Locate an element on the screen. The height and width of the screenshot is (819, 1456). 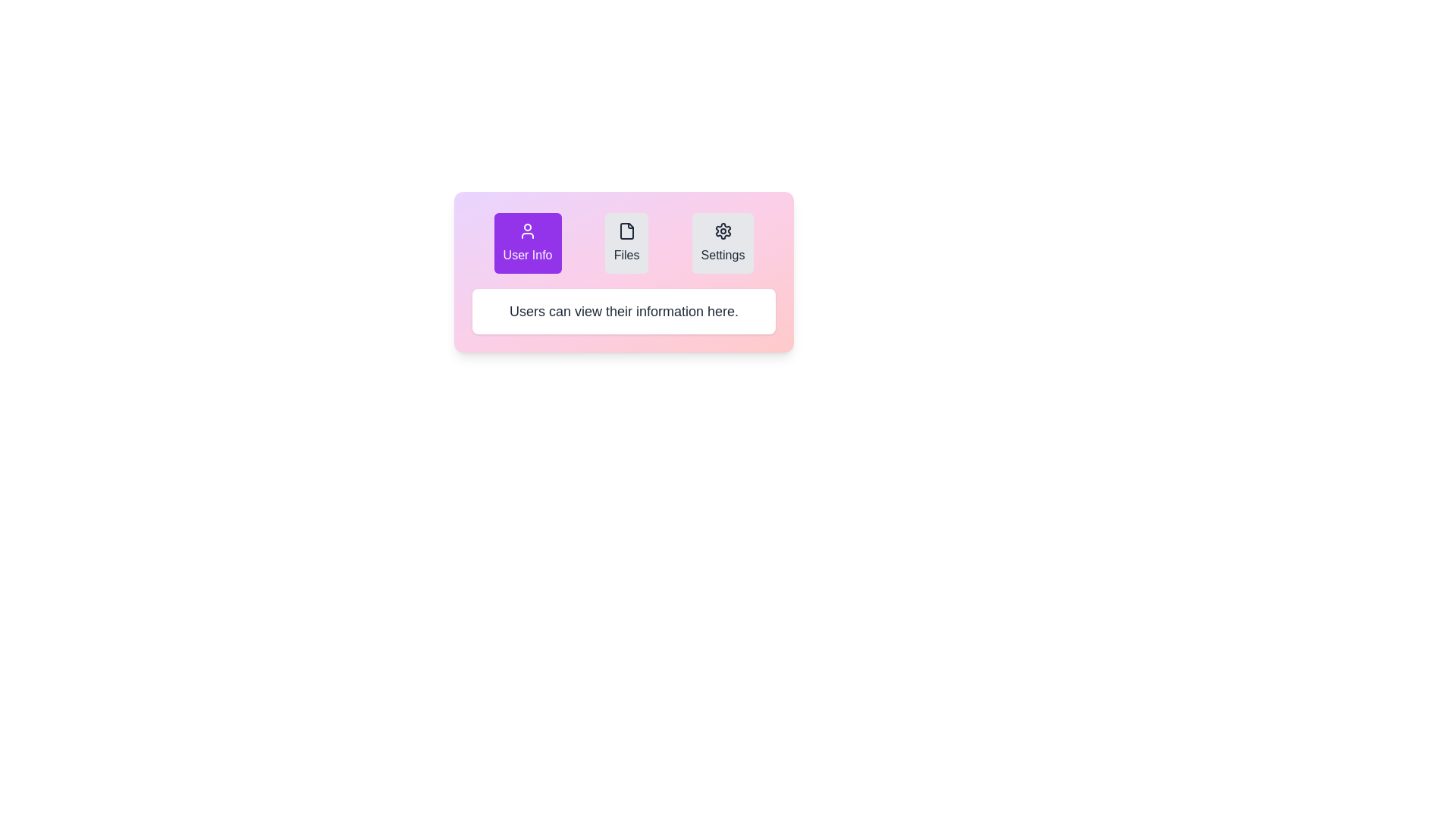
the central file/document icon located between the 'User Info' icon and the 'Settings' icon is located at coordinates (626, 231).